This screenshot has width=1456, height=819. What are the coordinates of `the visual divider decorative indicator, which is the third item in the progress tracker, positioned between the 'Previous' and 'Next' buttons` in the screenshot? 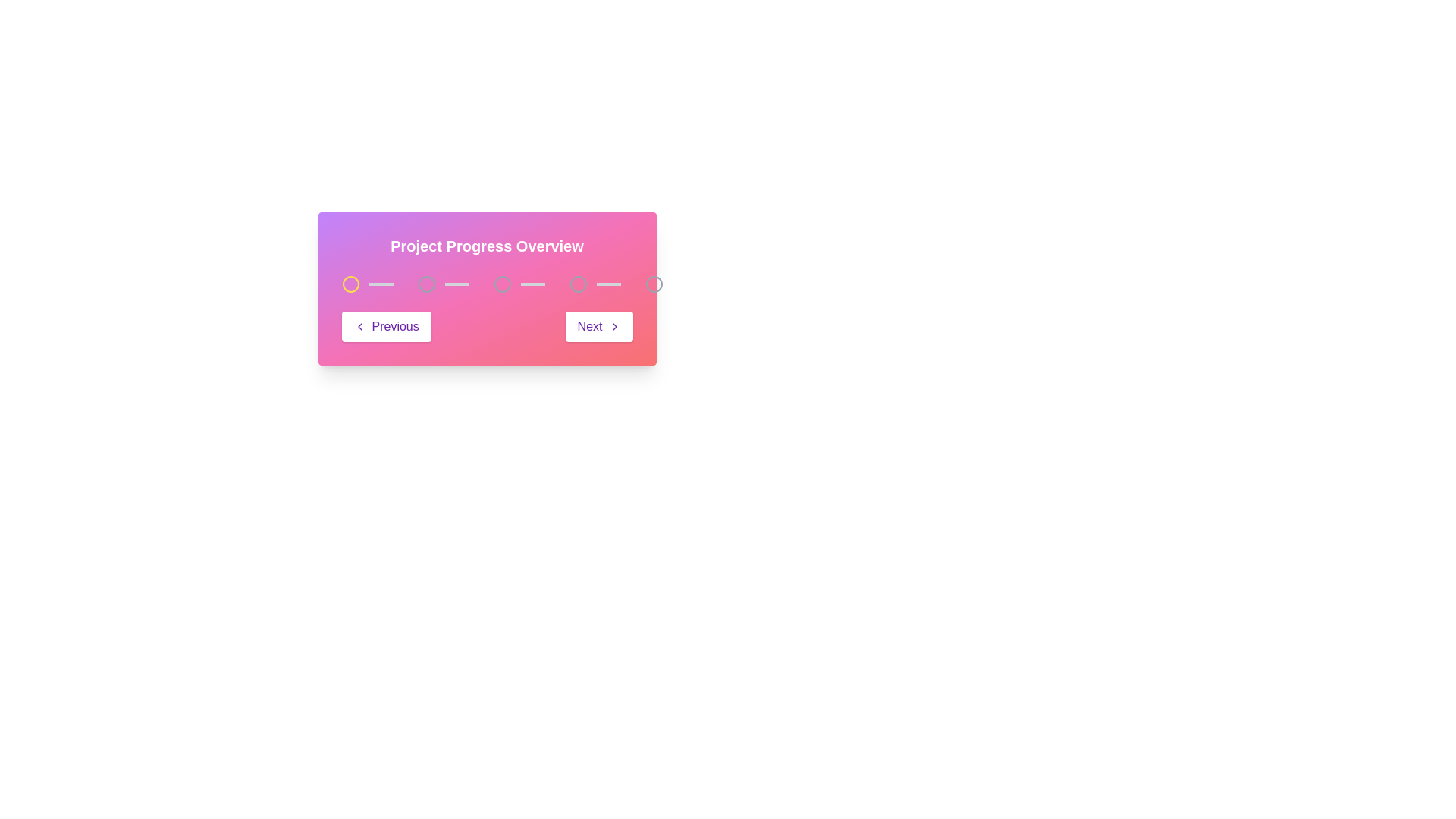 It's located at (456, 284).